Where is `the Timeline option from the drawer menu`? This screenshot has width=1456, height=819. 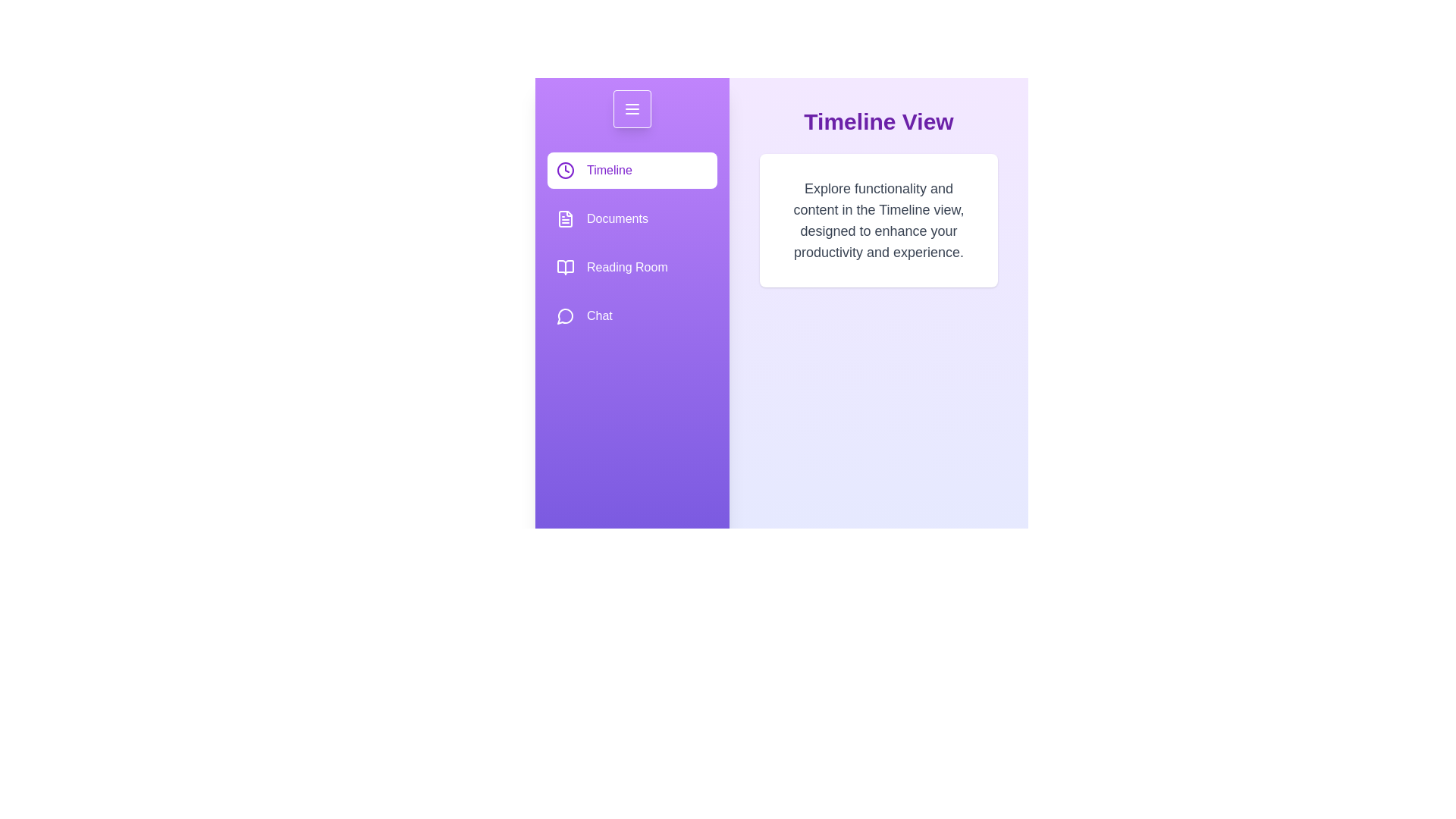 the Timeline option from the drawer menu is located at coordinates (632, 170).